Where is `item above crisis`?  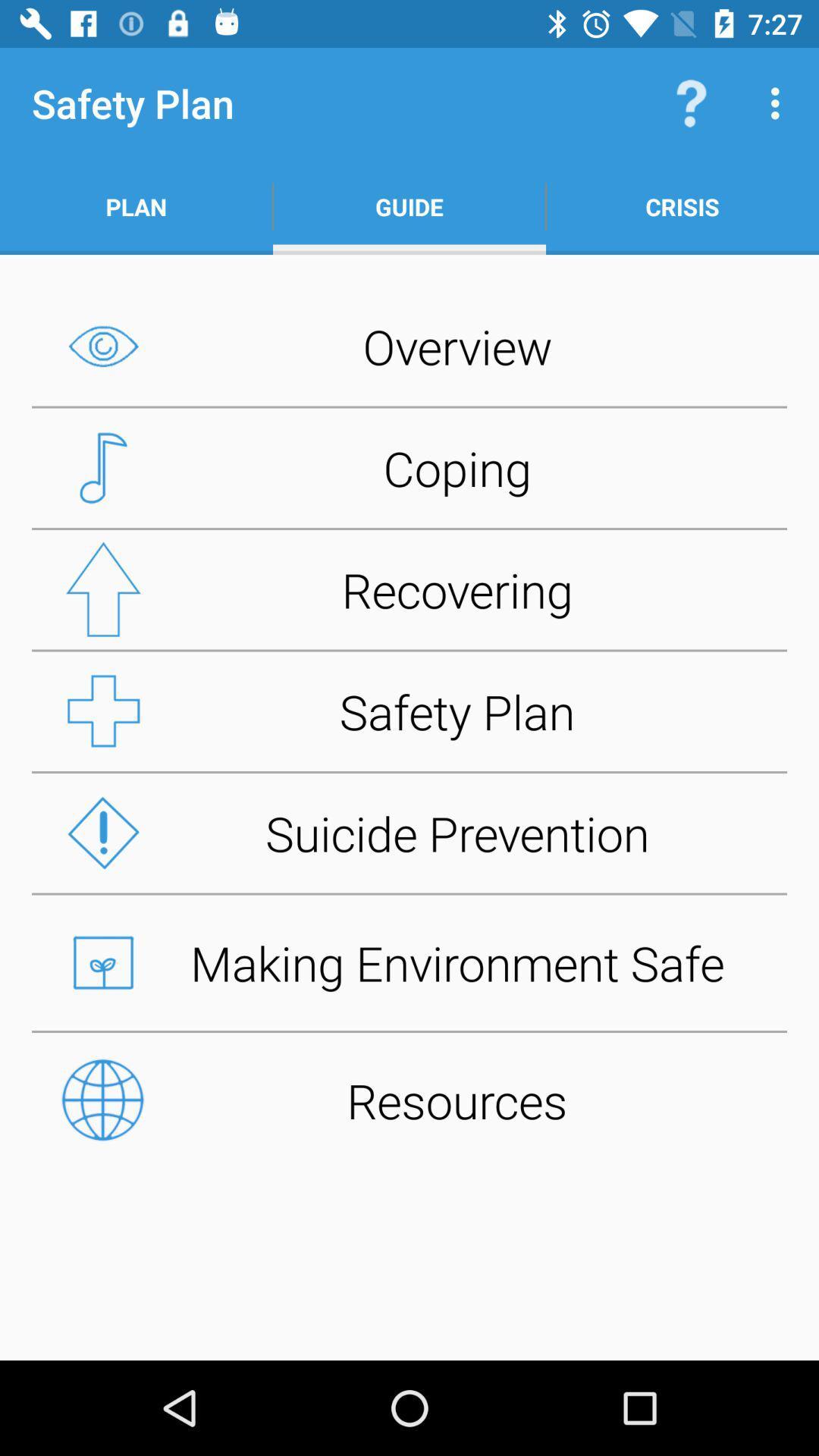
item above crisis is located at coordinates (779, 102).